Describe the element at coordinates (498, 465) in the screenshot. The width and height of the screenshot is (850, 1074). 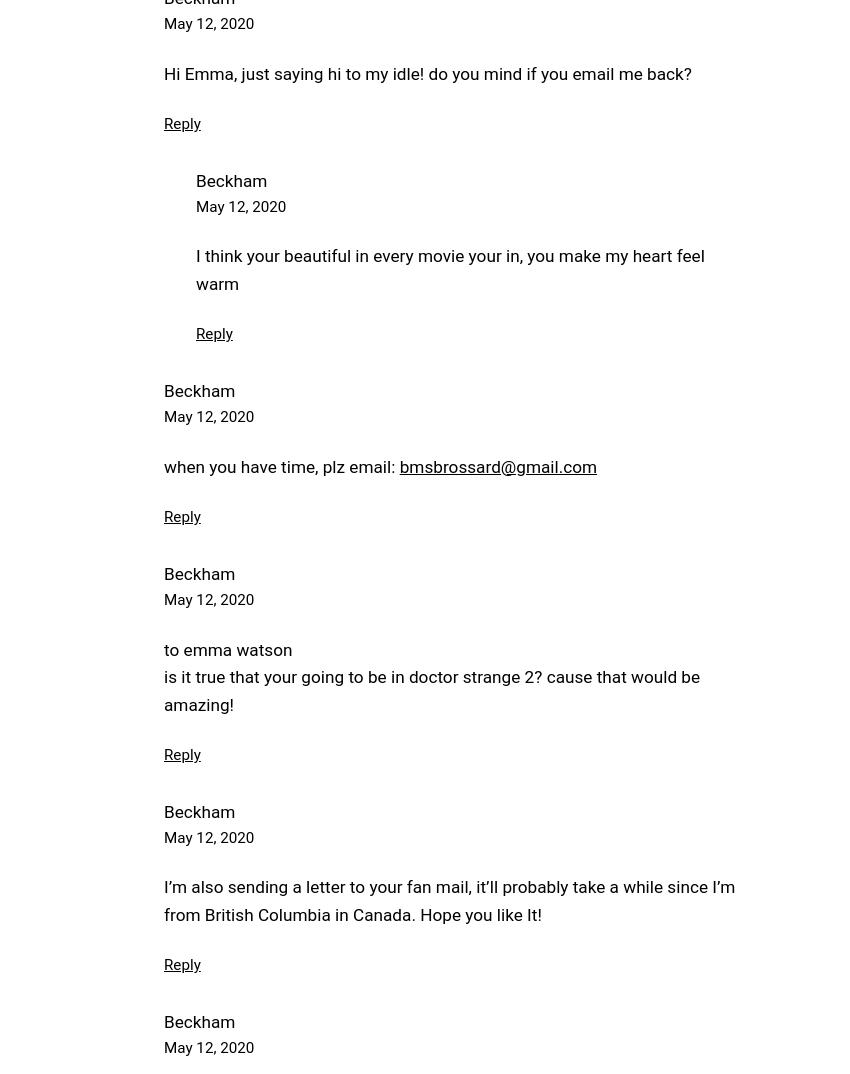
I see `'bmsbrossard@gmail.com'` at that location.